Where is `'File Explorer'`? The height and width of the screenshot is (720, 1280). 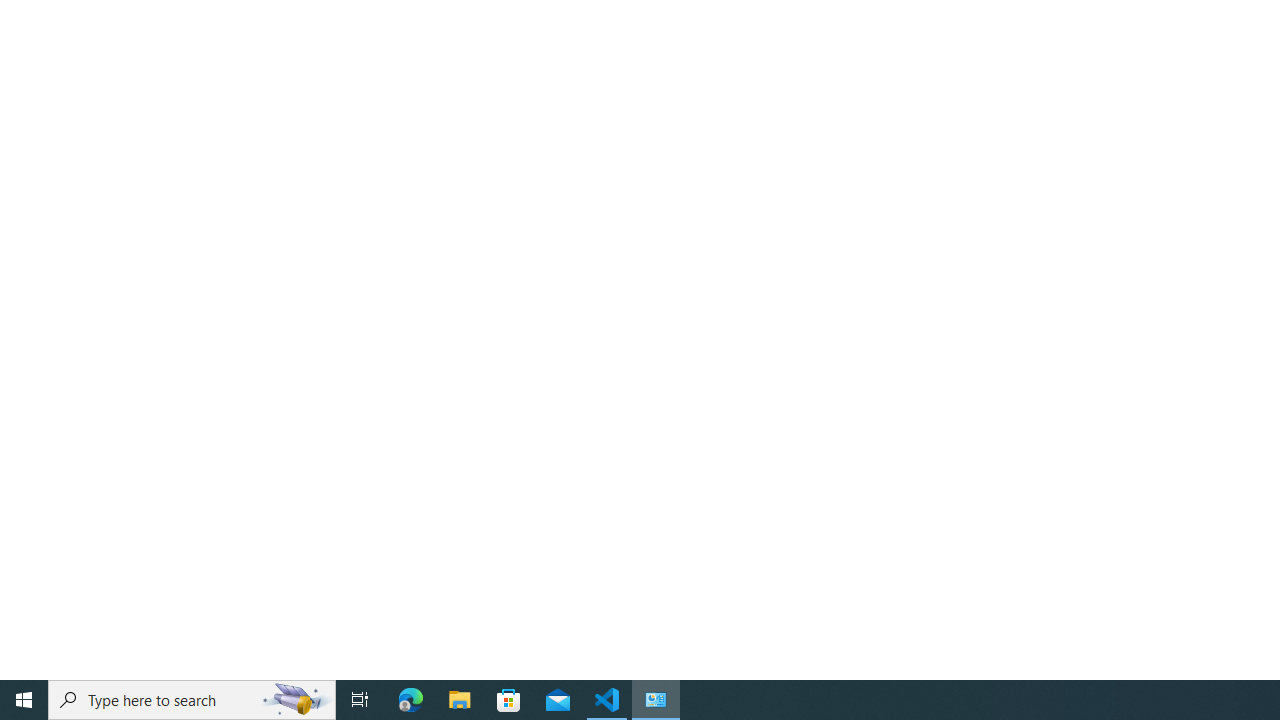 'File Explorer' is located at coordinates (459, 698).